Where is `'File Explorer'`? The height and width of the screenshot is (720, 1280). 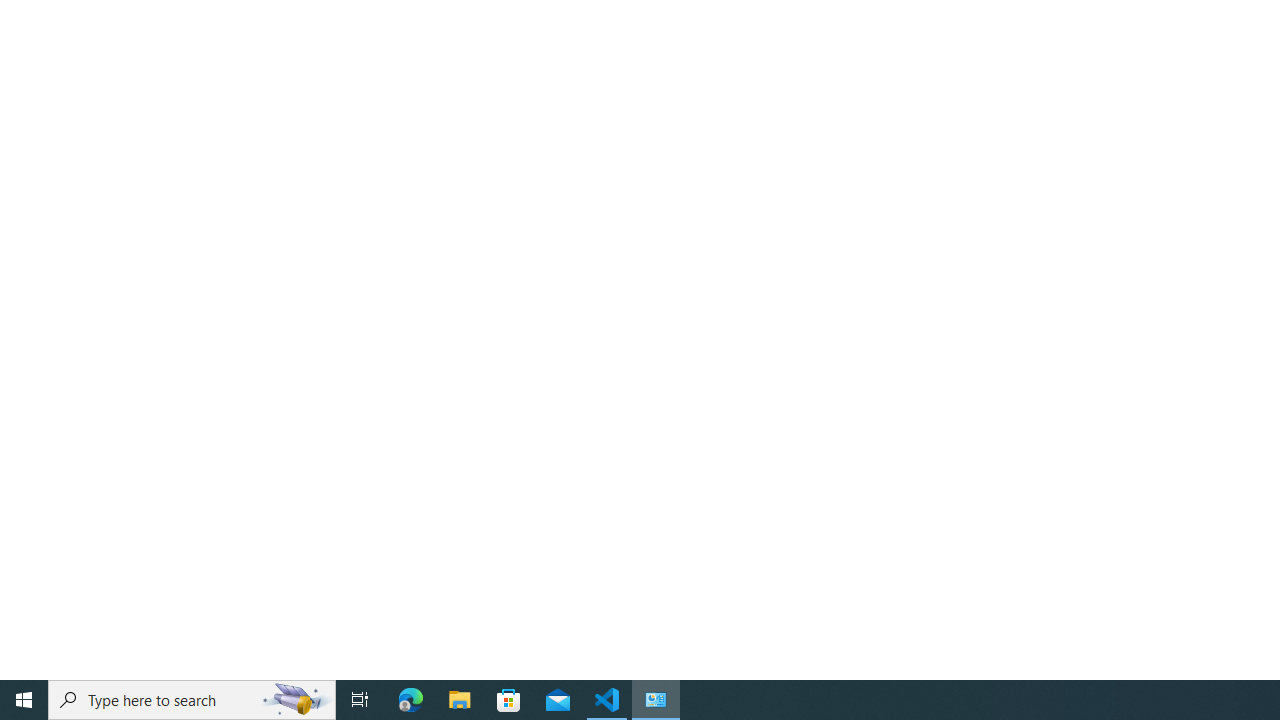 'File Explorer' is located at coordinates (459, 698).